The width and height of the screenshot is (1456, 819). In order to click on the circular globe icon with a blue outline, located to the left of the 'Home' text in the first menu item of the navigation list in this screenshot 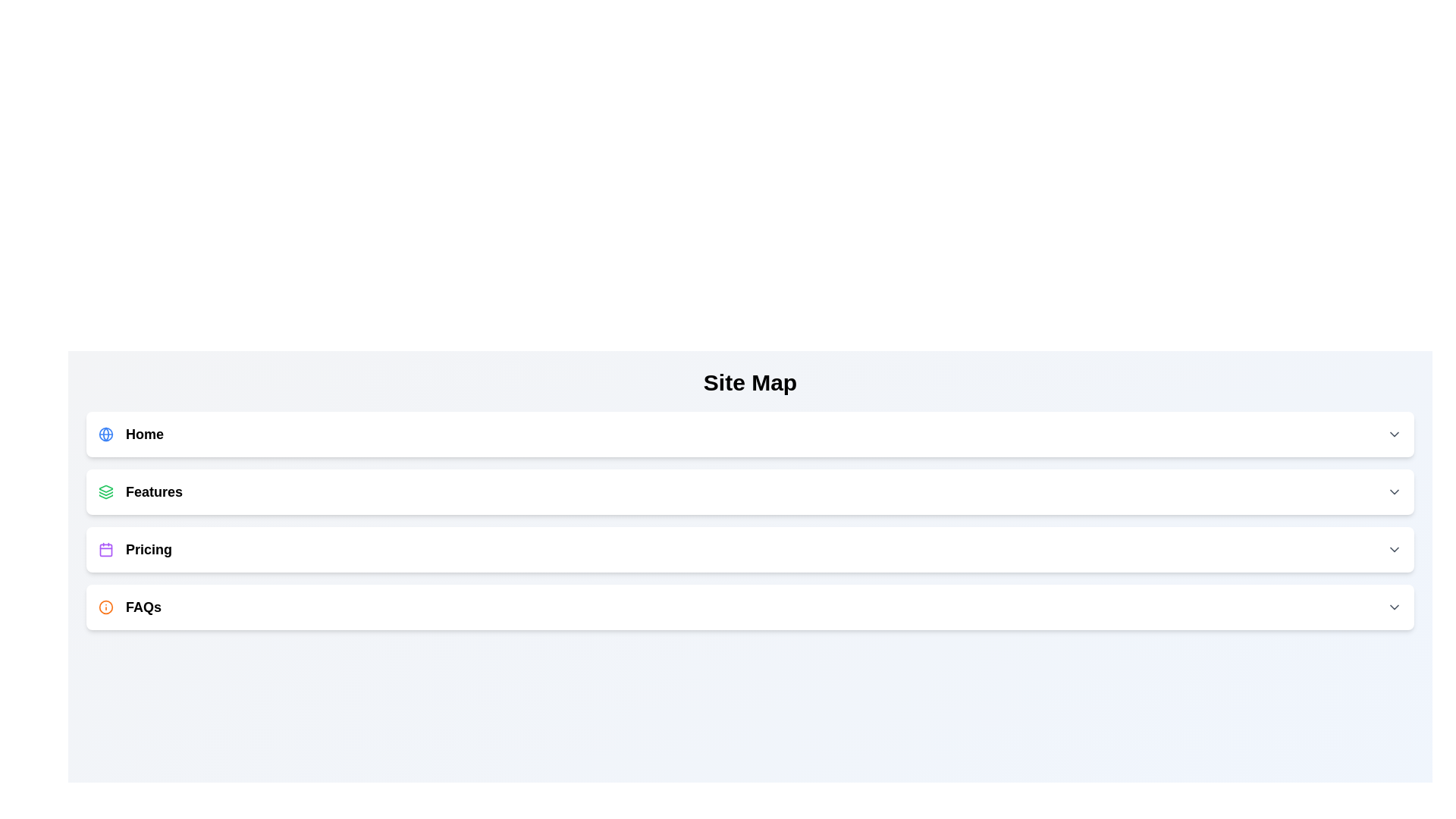, I will do `click(105, 435)`.